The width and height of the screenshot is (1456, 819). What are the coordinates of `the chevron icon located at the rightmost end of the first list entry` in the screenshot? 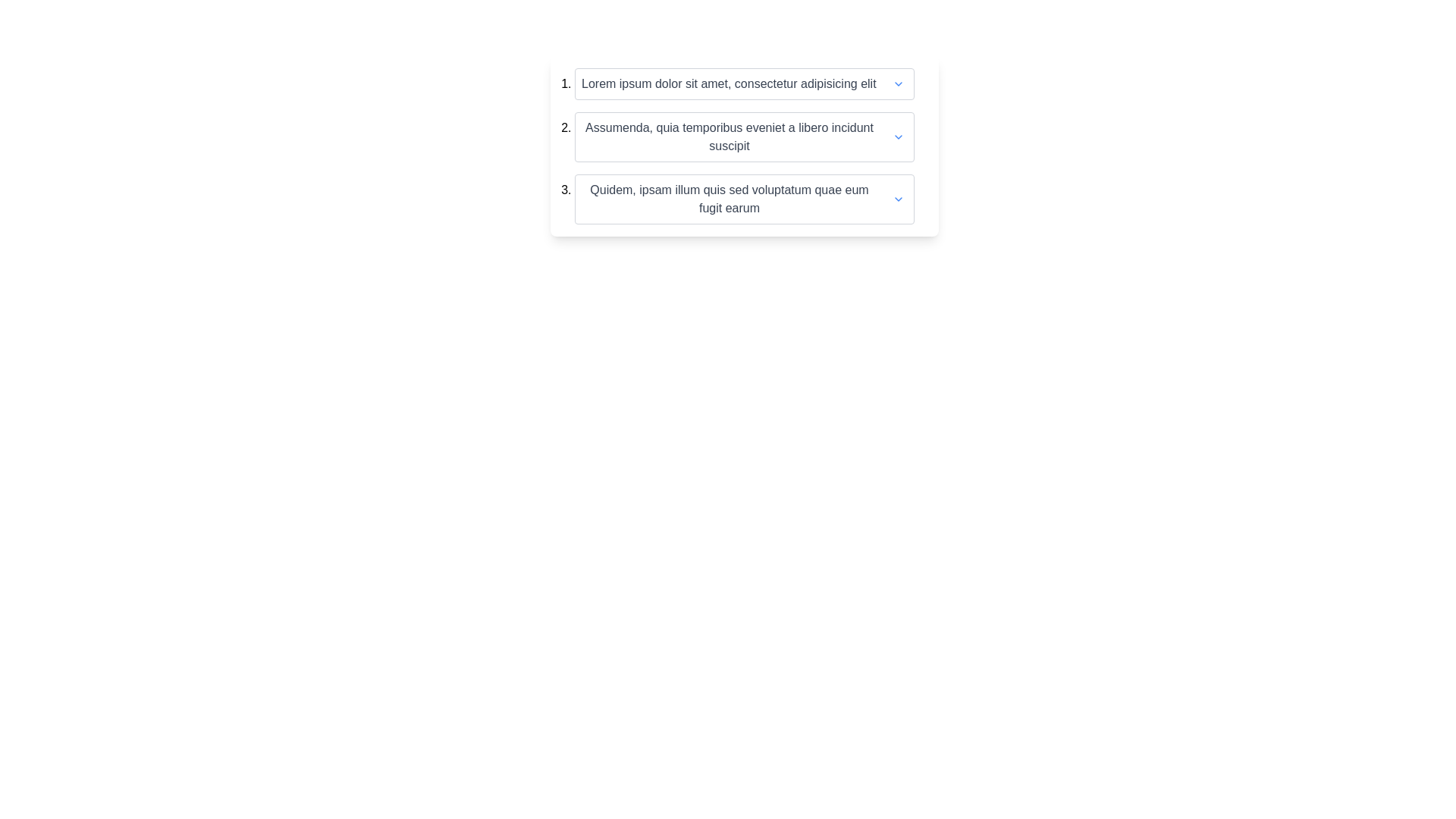 It's located at (899, 84).